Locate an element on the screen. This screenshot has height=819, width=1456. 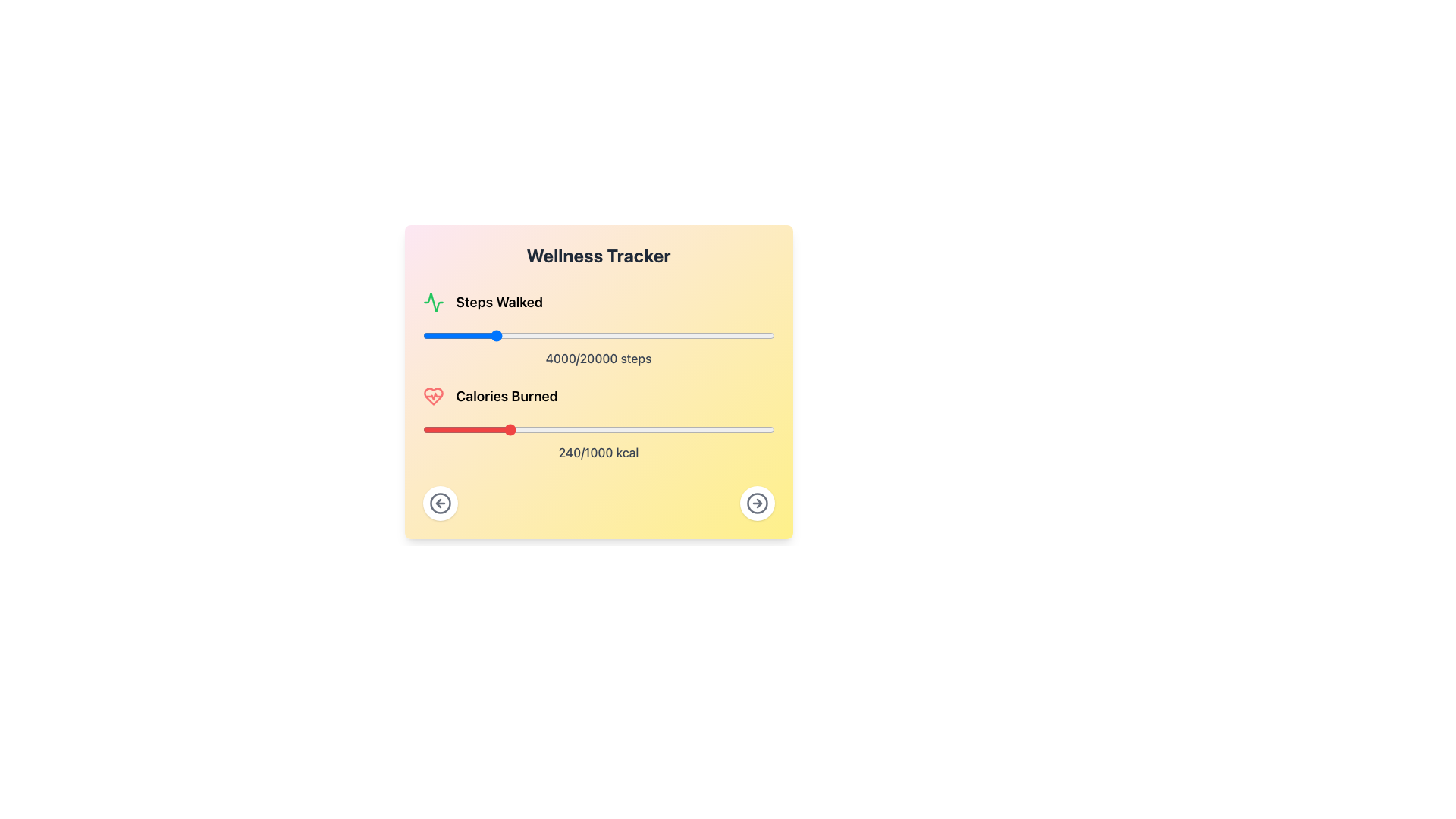
the 'Steps Walked' slider is located at coordinates (513, 335).